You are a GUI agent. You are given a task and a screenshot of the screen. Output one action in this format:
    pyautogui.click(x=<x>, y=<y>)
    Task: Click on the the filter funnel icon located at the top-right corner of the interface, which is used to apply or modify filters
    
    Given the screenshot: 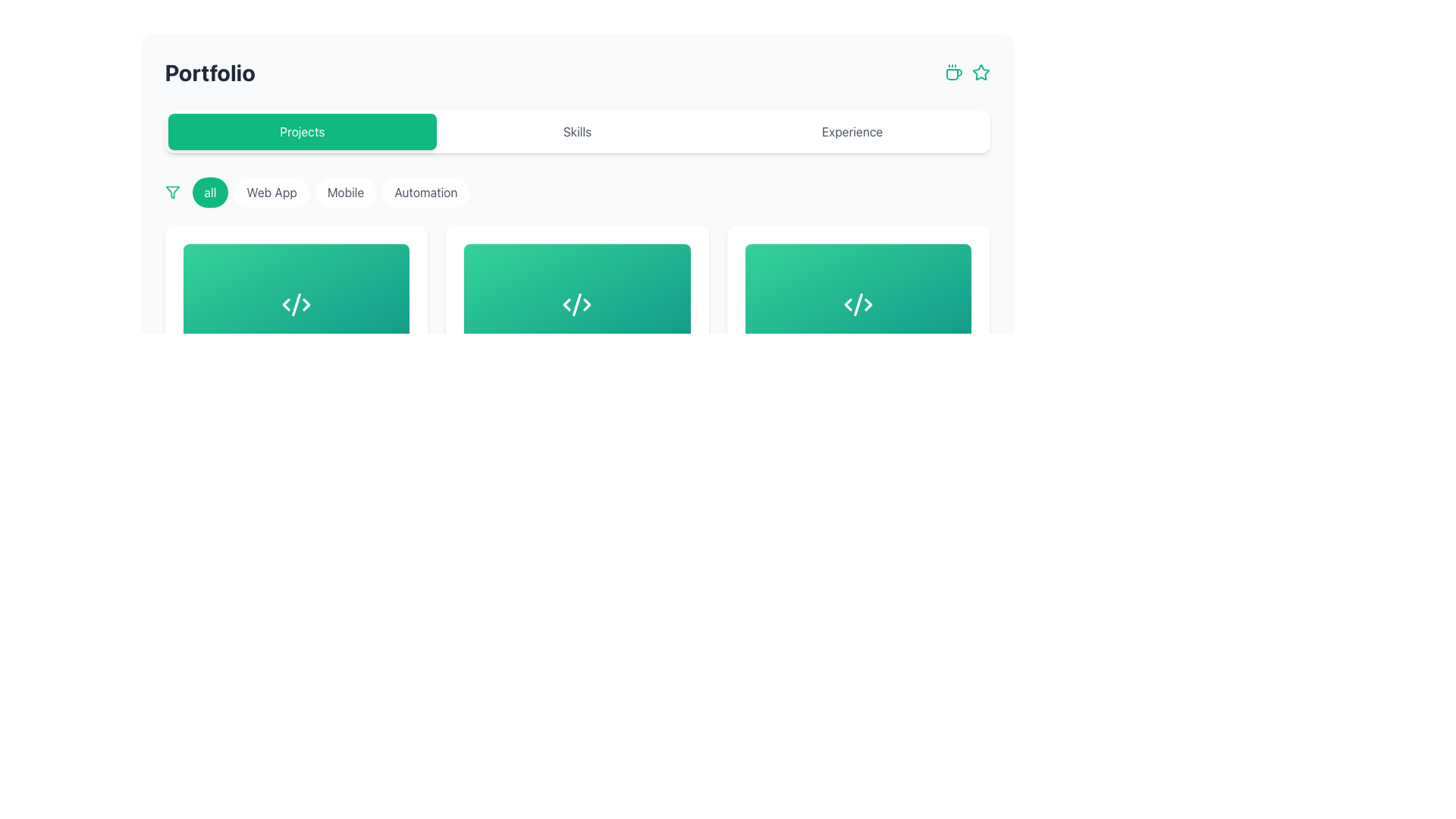 What is the action you would take?
    pyautogui.click(x=172, y=192)
    